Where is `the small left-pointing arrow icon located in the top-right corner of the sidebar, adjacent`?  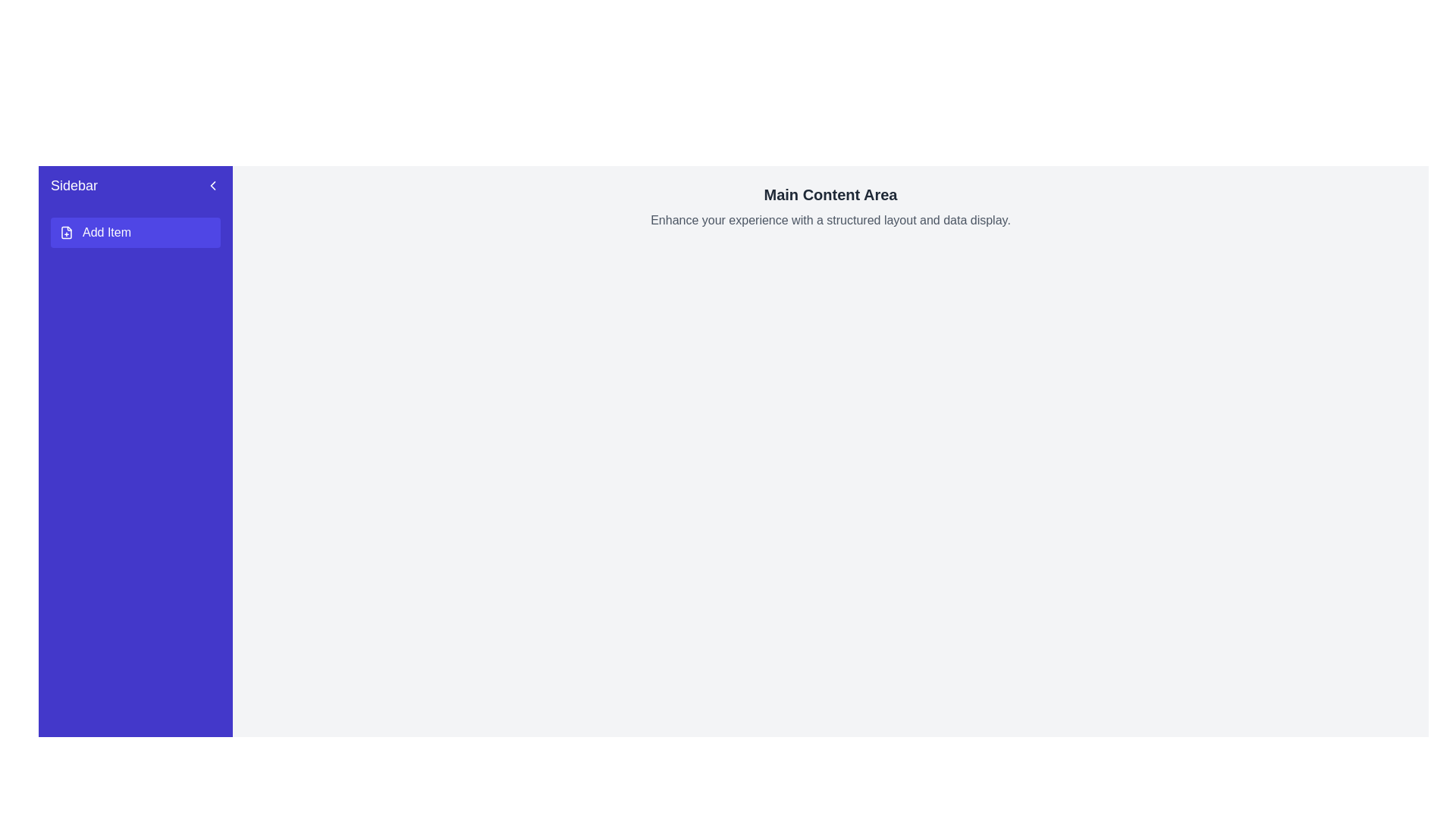 the small left-pointing arrow icon located in the top-right corner of the sidebar, adjacent is located at coordinates (212, 185).